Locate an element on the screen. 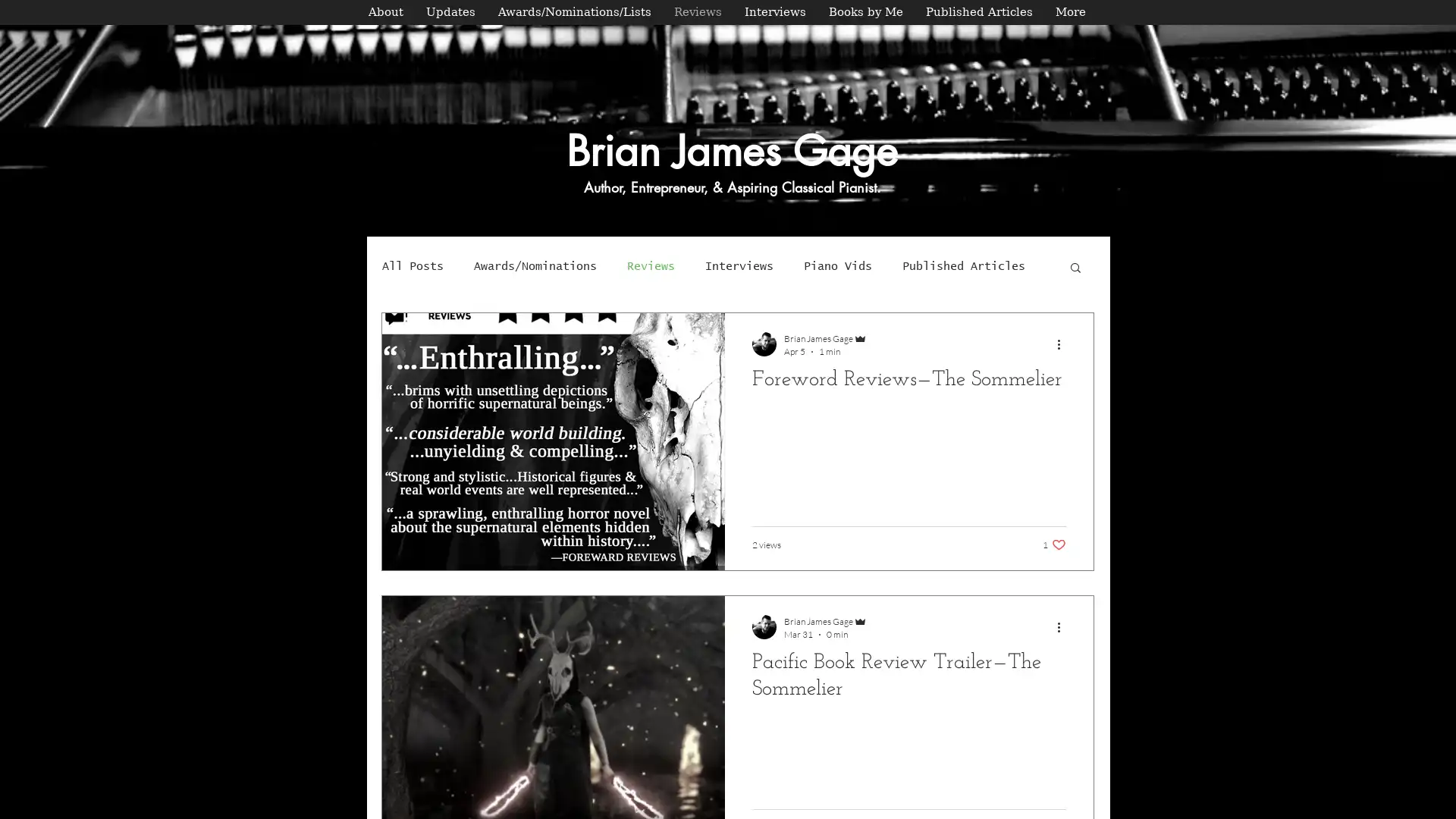 The height and width of the screenshot is (819, 1456). Search is located at coordinates (1075, 268).